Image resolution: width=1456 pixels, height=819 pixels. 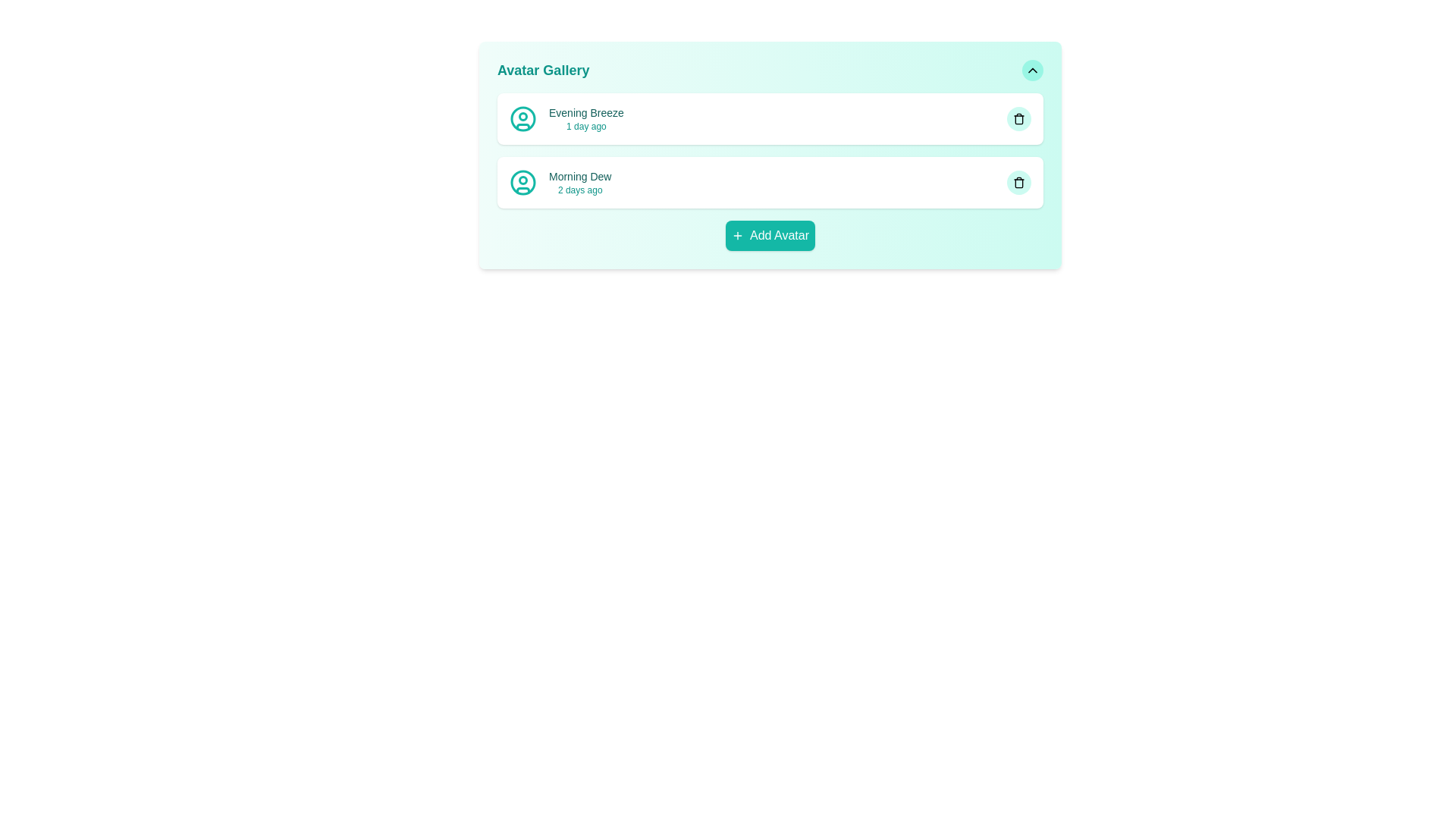 What do you see at coordinates (1019, 181) in the screenshot?
I see `the trash icon button located in the top-right corner of the second list item under the 'Morning Dew' label` at bounding box center [1019, 181].